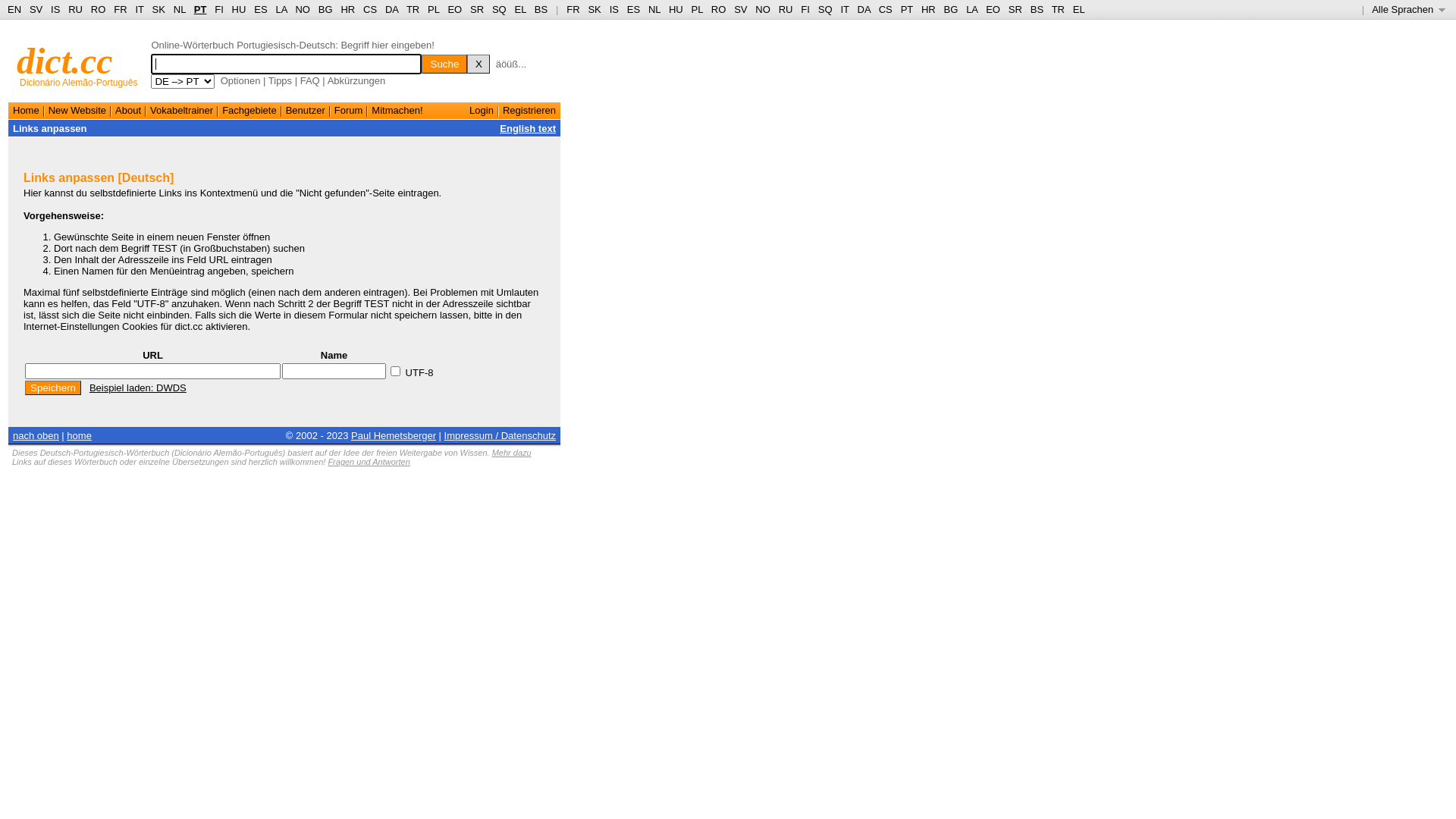 This screenshot has height=819, width=1456. I want to click on 'HR', so click(927, 9).